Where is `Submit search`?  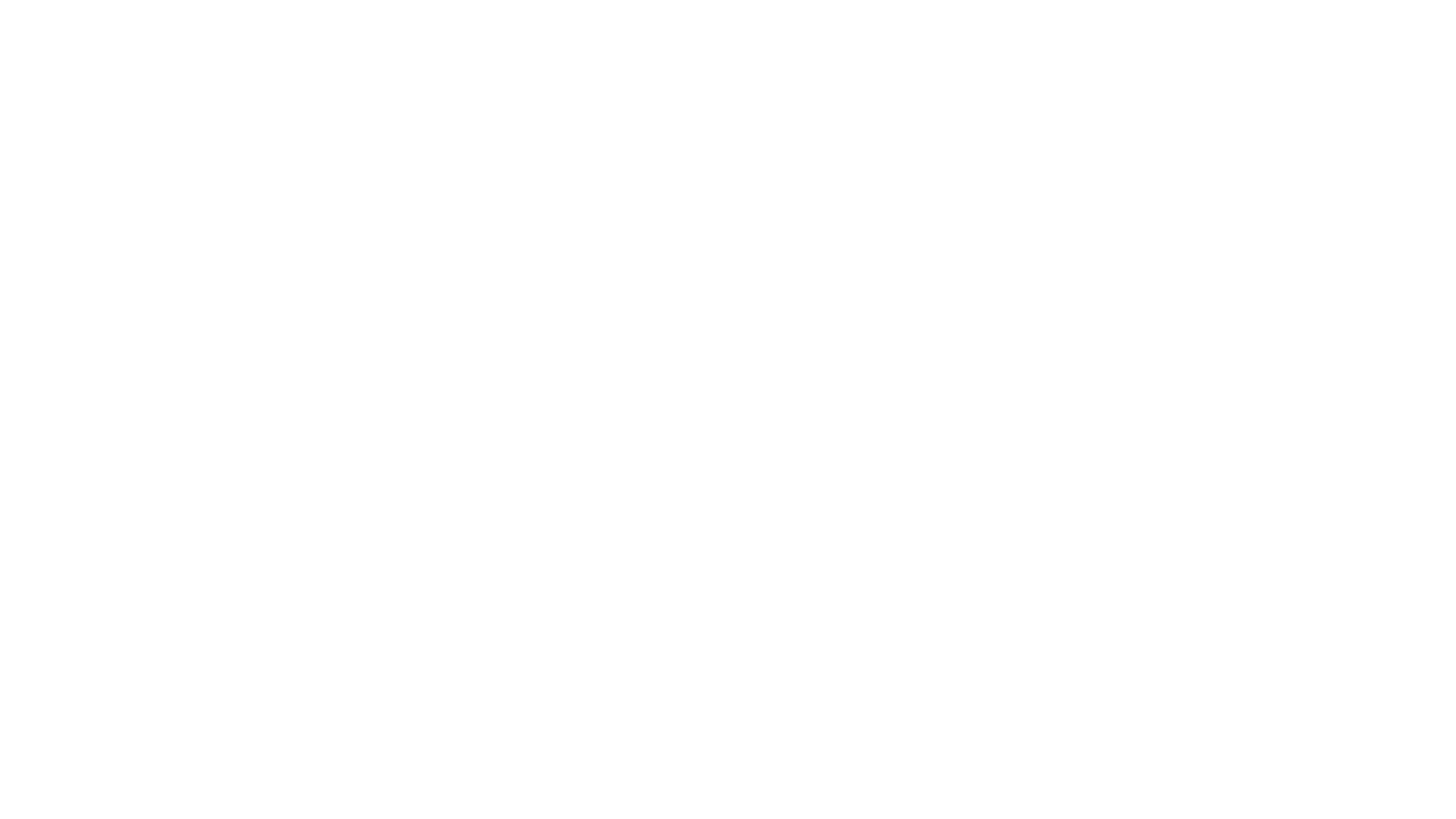
Submit search is located at coordinates (1121, 14).